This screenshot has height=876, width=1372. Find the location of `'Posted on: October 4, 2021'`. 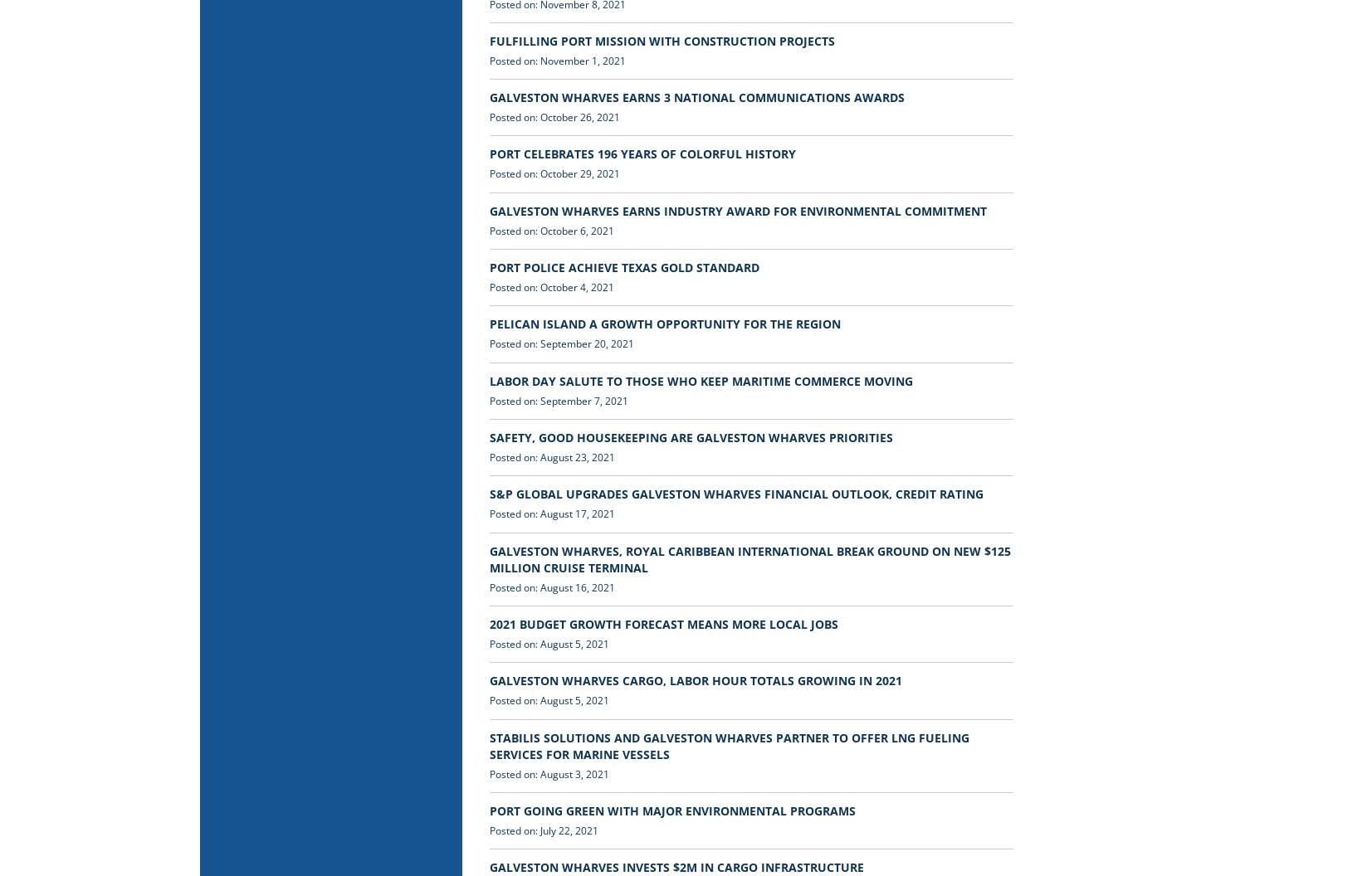

'Posted on: October 4, 2021' is located at coordinates (551, 286).